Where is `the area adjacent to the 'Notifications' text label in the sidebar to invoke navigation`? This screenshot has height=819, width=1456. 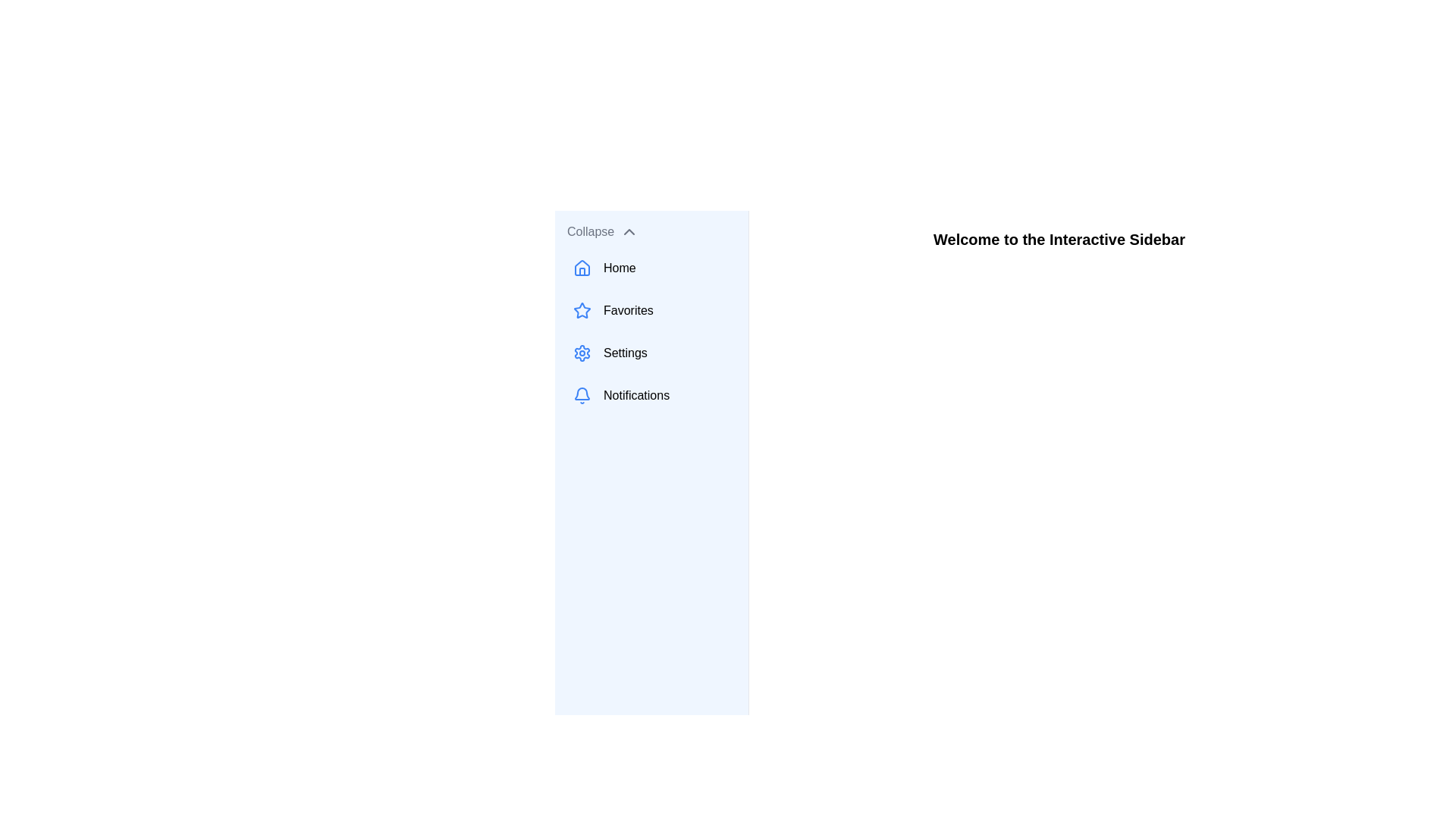 the area adjacent to the 'Notifications' text label in the sidebar to invoke navigation is located at coordinates (636, 394).